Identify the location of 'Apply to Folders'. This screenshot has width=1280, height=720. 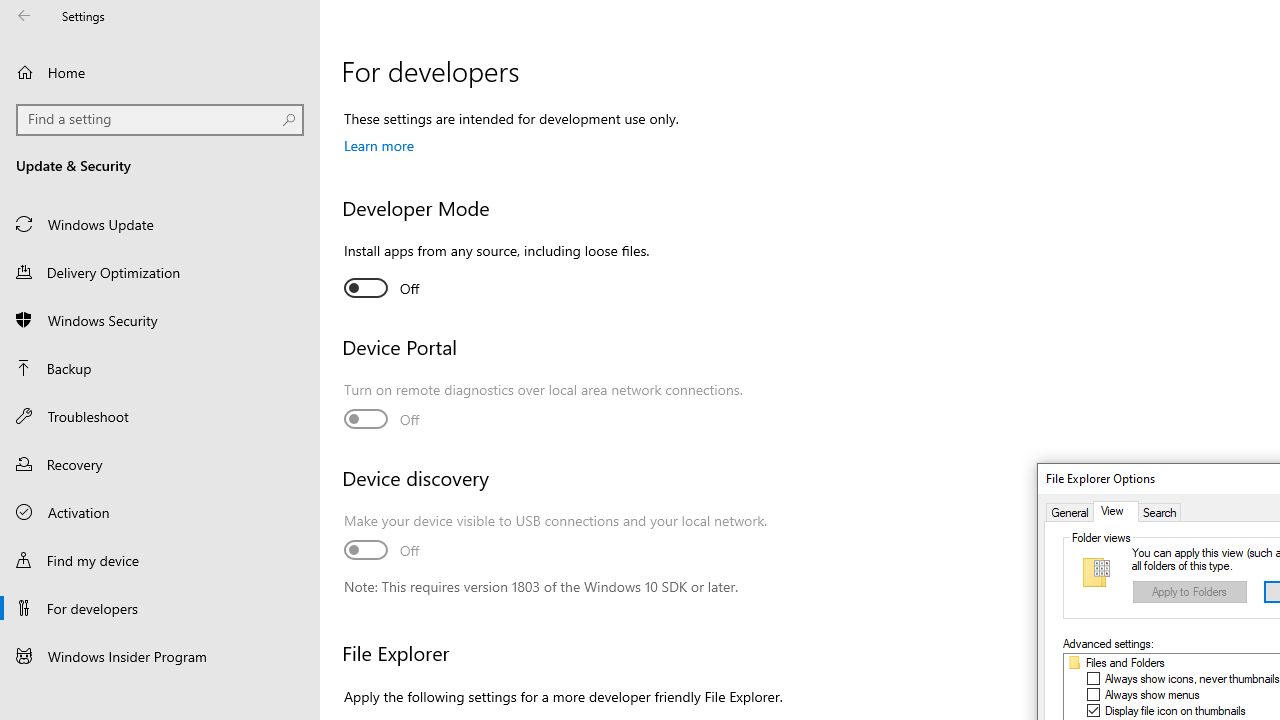
(1189, 591).